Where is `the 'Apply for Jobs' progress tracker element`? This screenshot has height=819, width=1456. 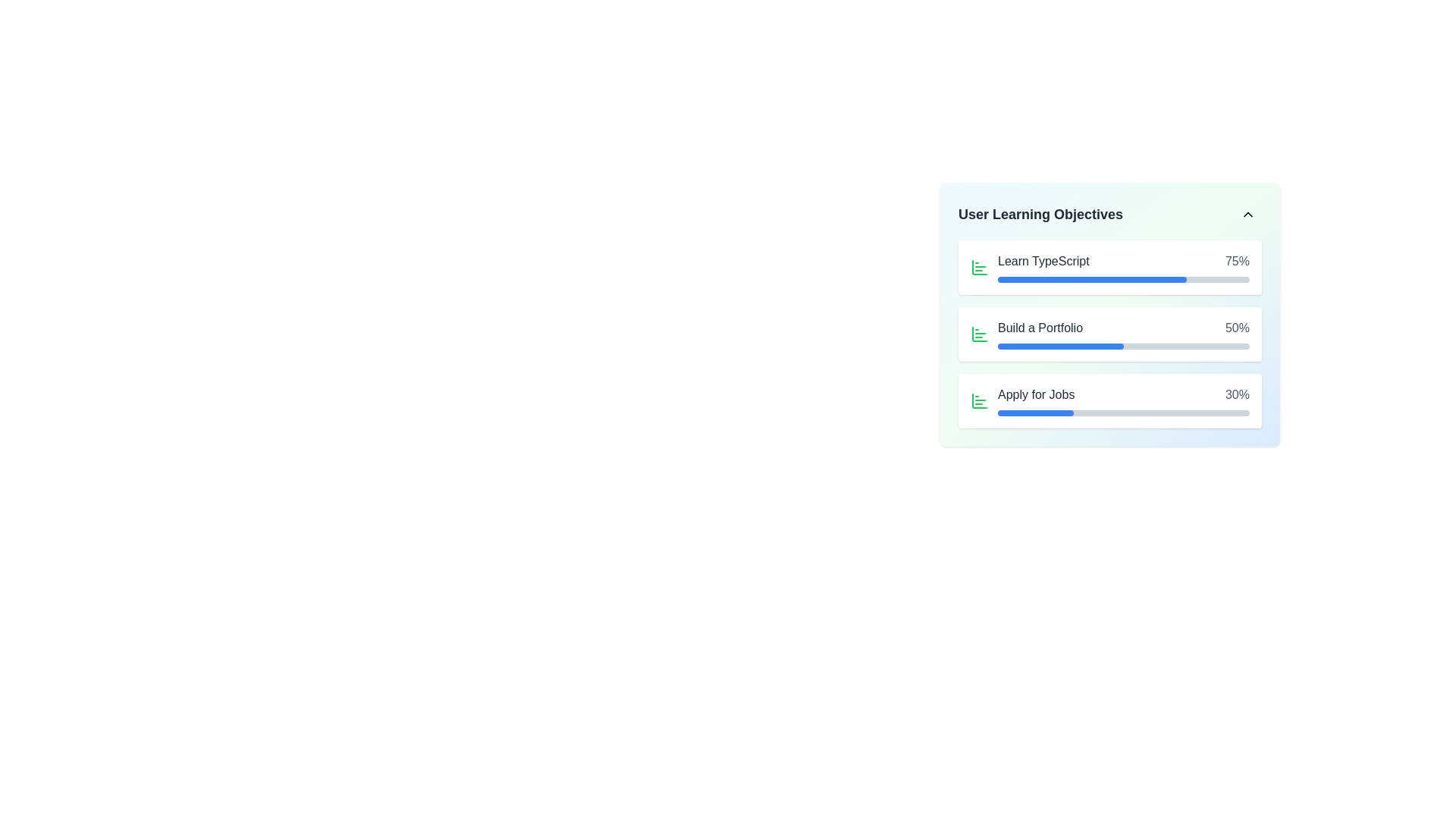
the 'Apply for Jobs' progress tracker element is located at coordinates (1124, 400).